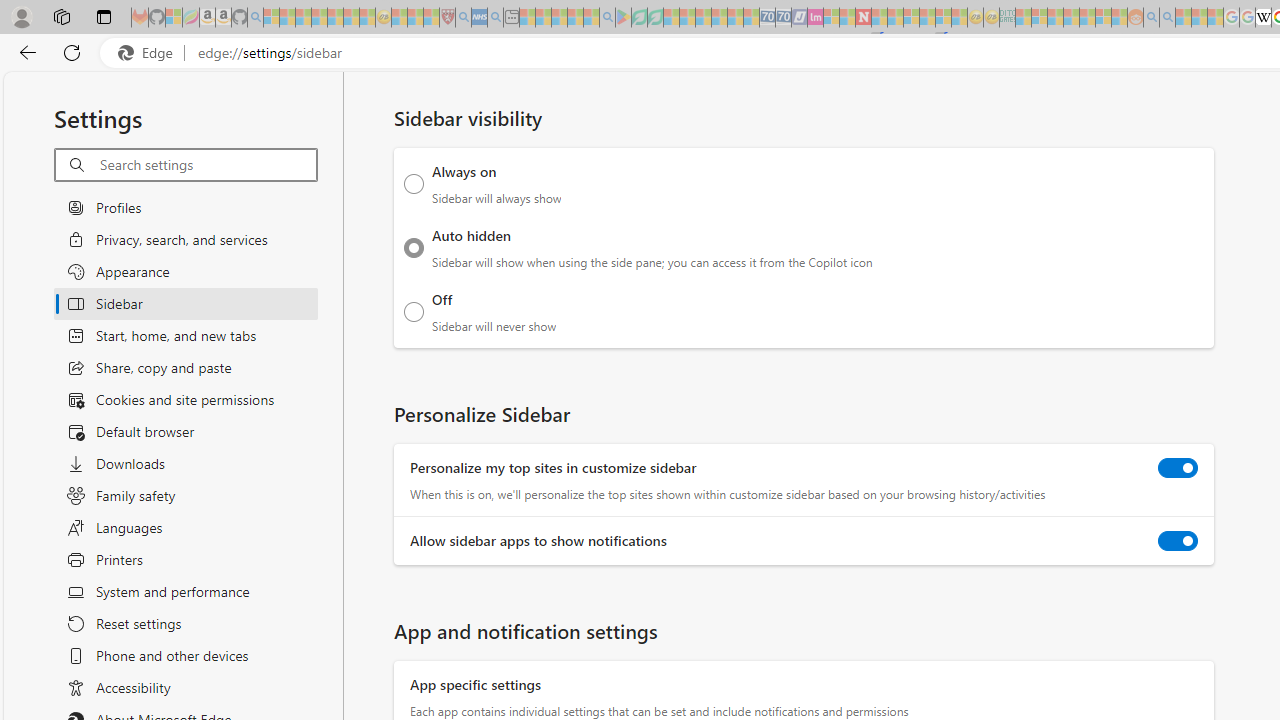 The width and height of the screenshot is (1280, 720). Describe the element at coordinates (1262, 17) in the screenshot. I see `'Target page - Wikipedia'` at that location.